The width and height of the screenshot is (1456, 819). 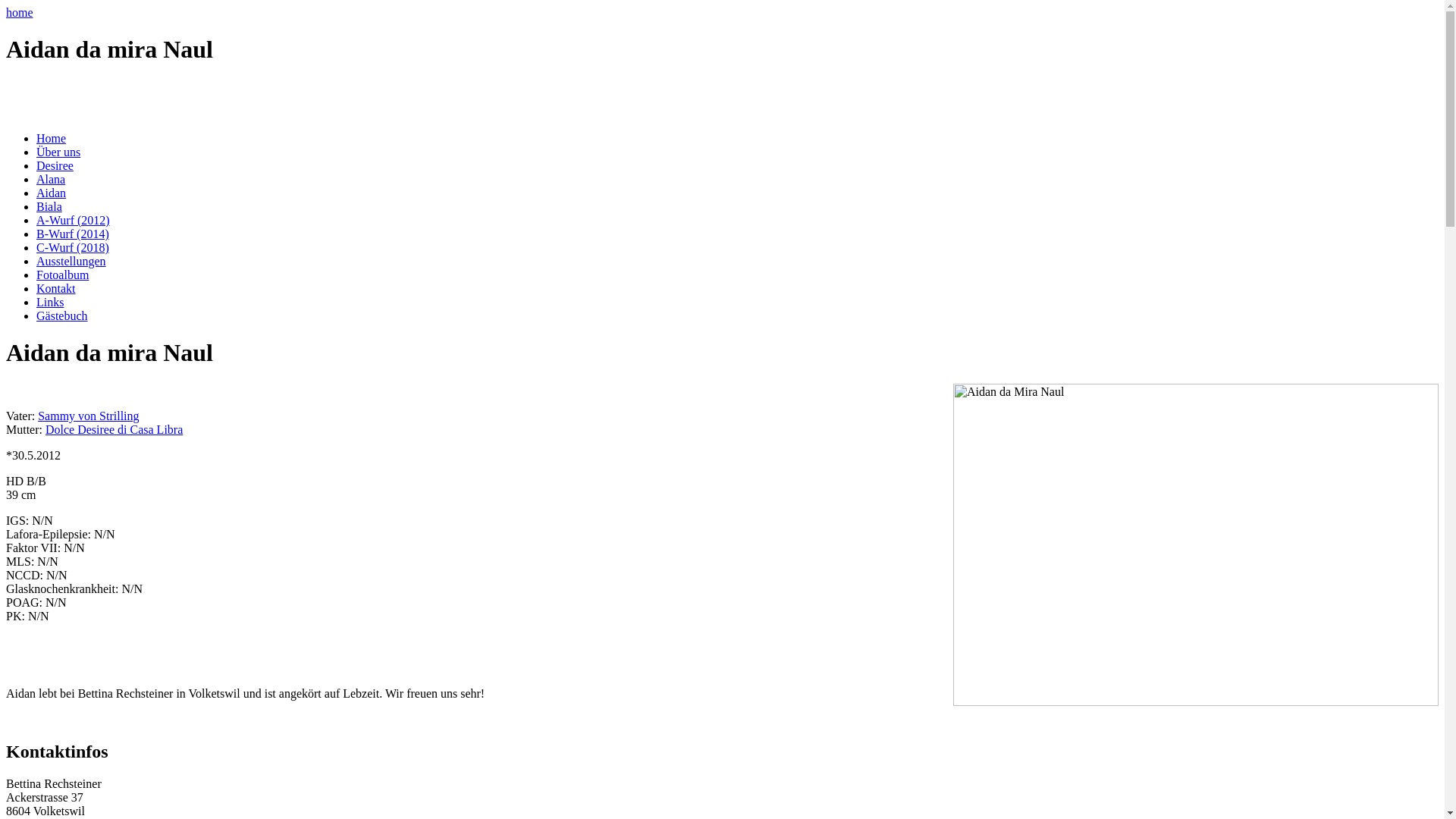 I want to click on 'Fotoalbum', so click(x=61, y=275).